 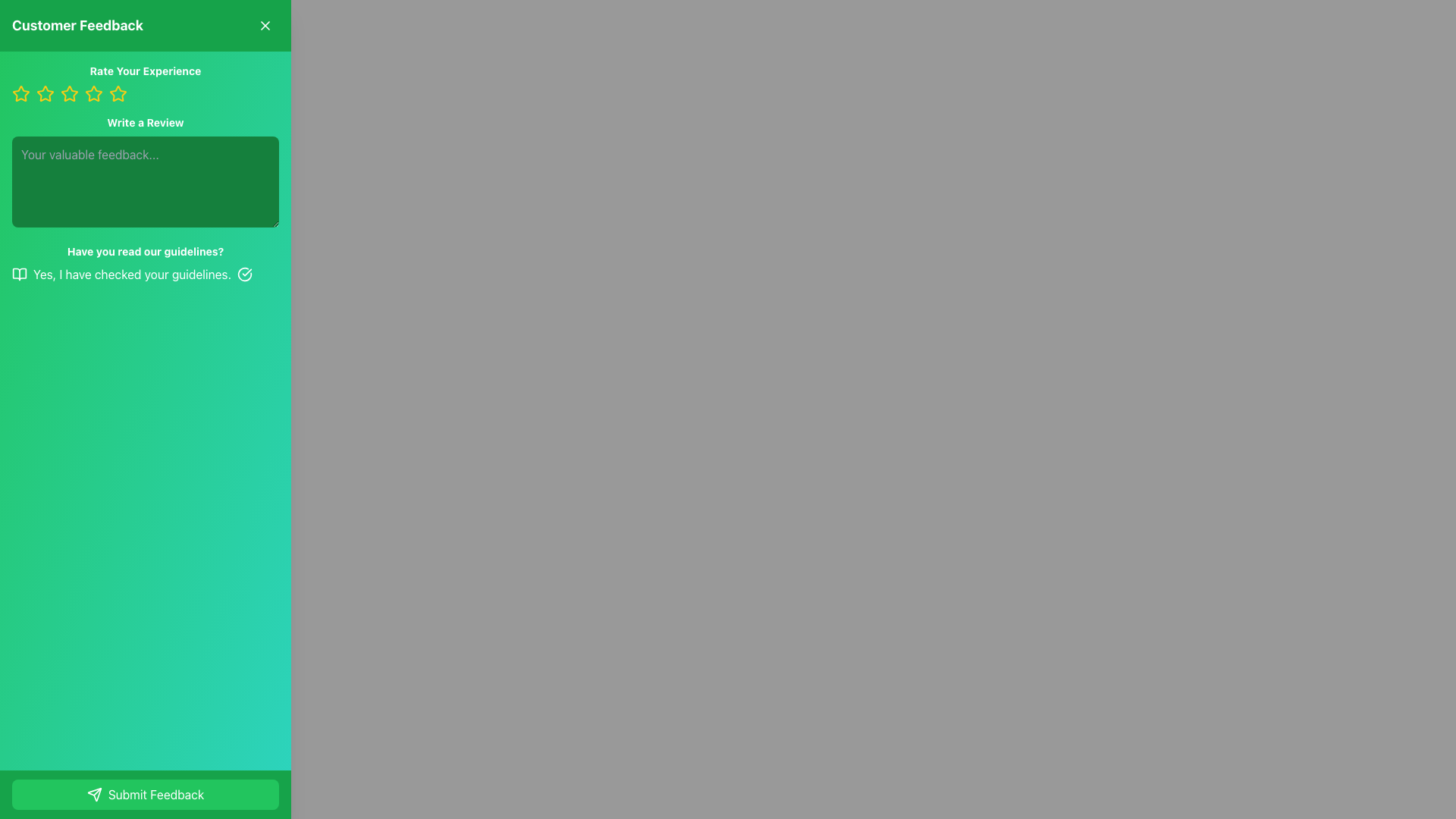 What do you see at coordinates (21, 93) in the screenshot?
I see `the first star icon in the 'Rate Your Experience' section` at bounding box center [21, 93].